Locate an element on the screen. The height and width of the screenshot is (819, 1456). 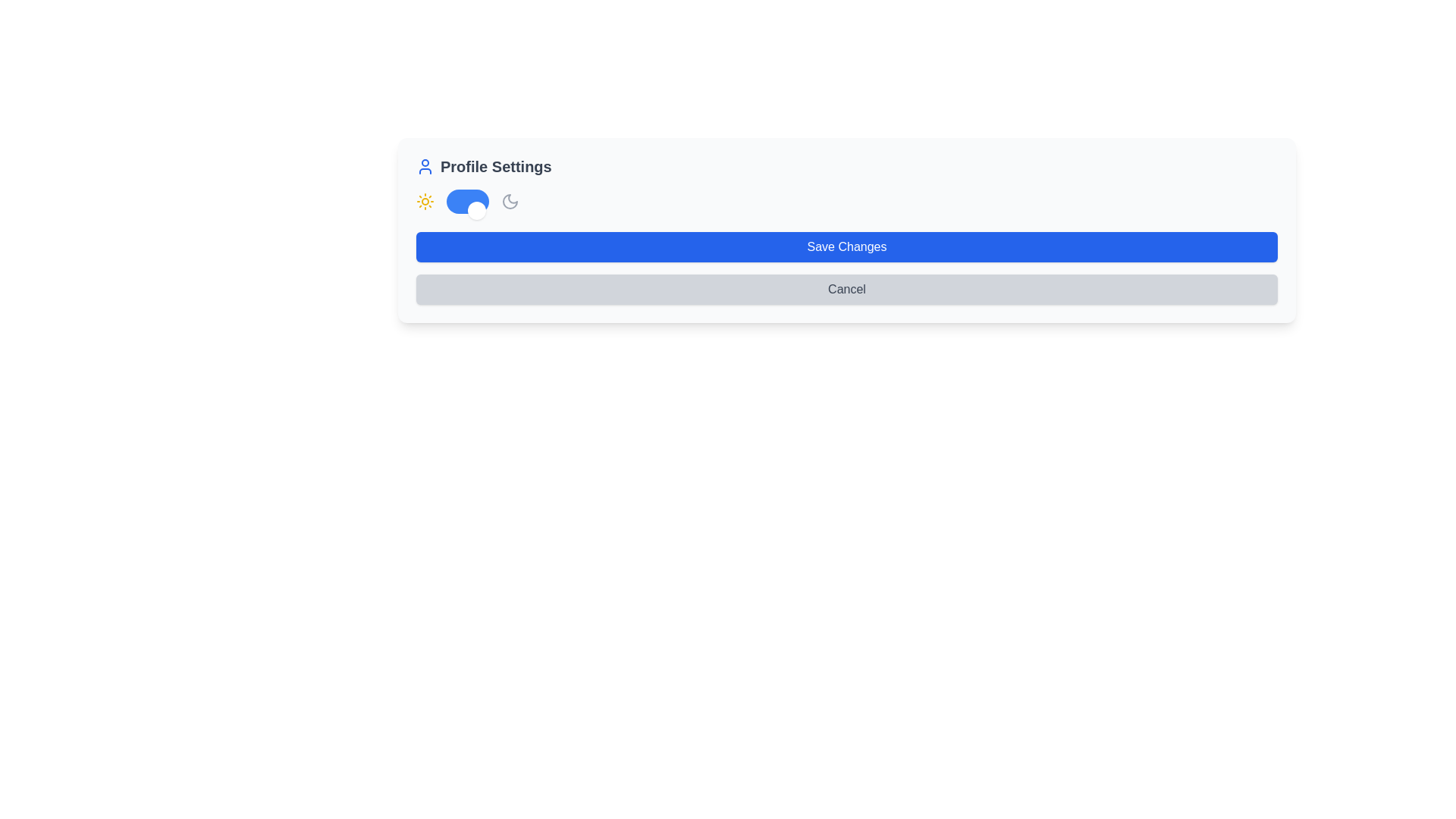
the toggle switch located in the Profile Settings section, positioned between the yellow sun icon and the gray moon icon, to switch between light mode and dark mode is located at coordinates (467, 201).